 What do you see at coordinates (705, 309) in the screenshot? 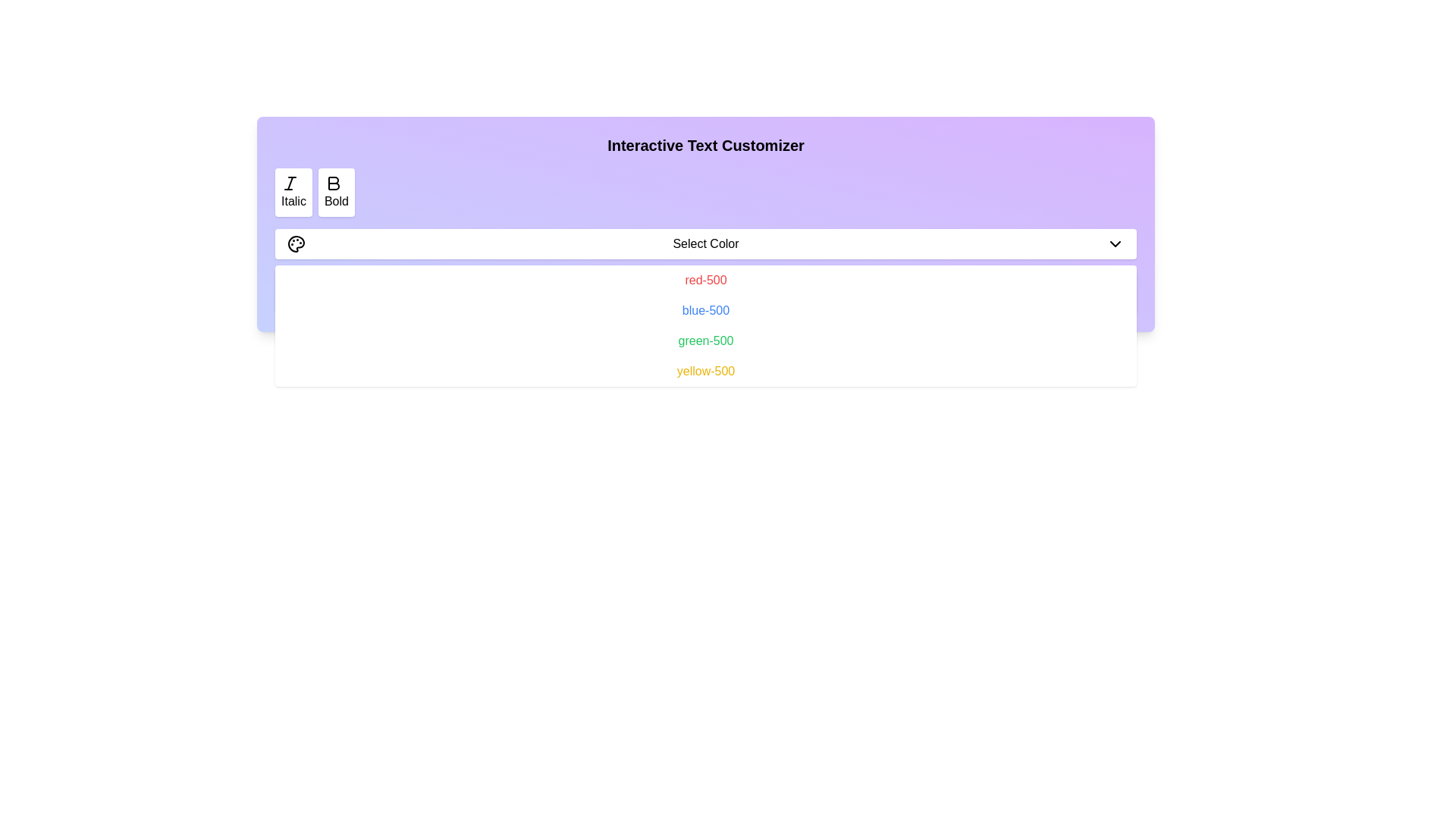
I see `the 'blue-500' option in the dropdown menu` at bounding box center [705, 309].